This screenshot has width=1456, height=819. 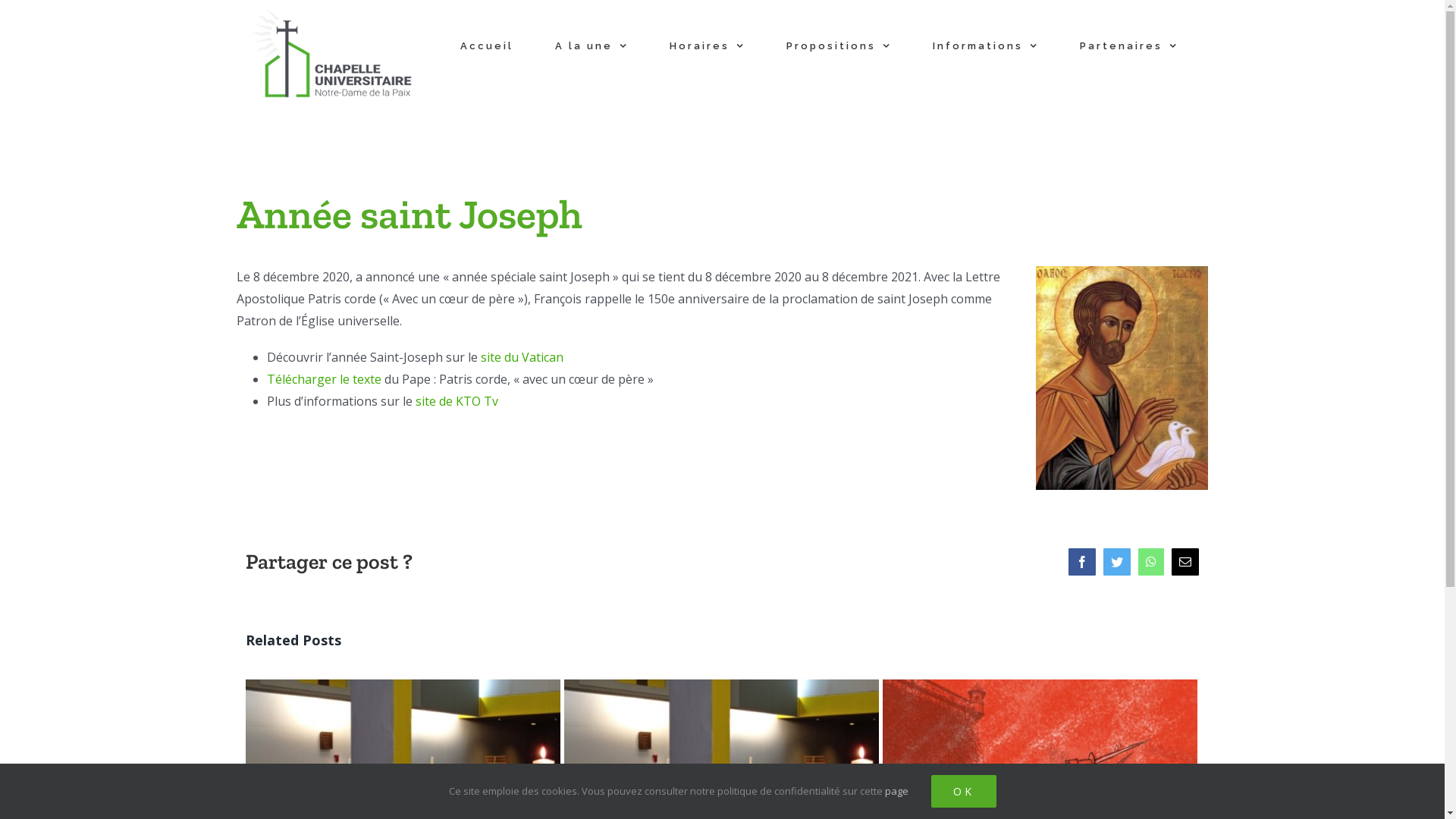 I want to click on 'Facebook', so click(x=1081, y=561).